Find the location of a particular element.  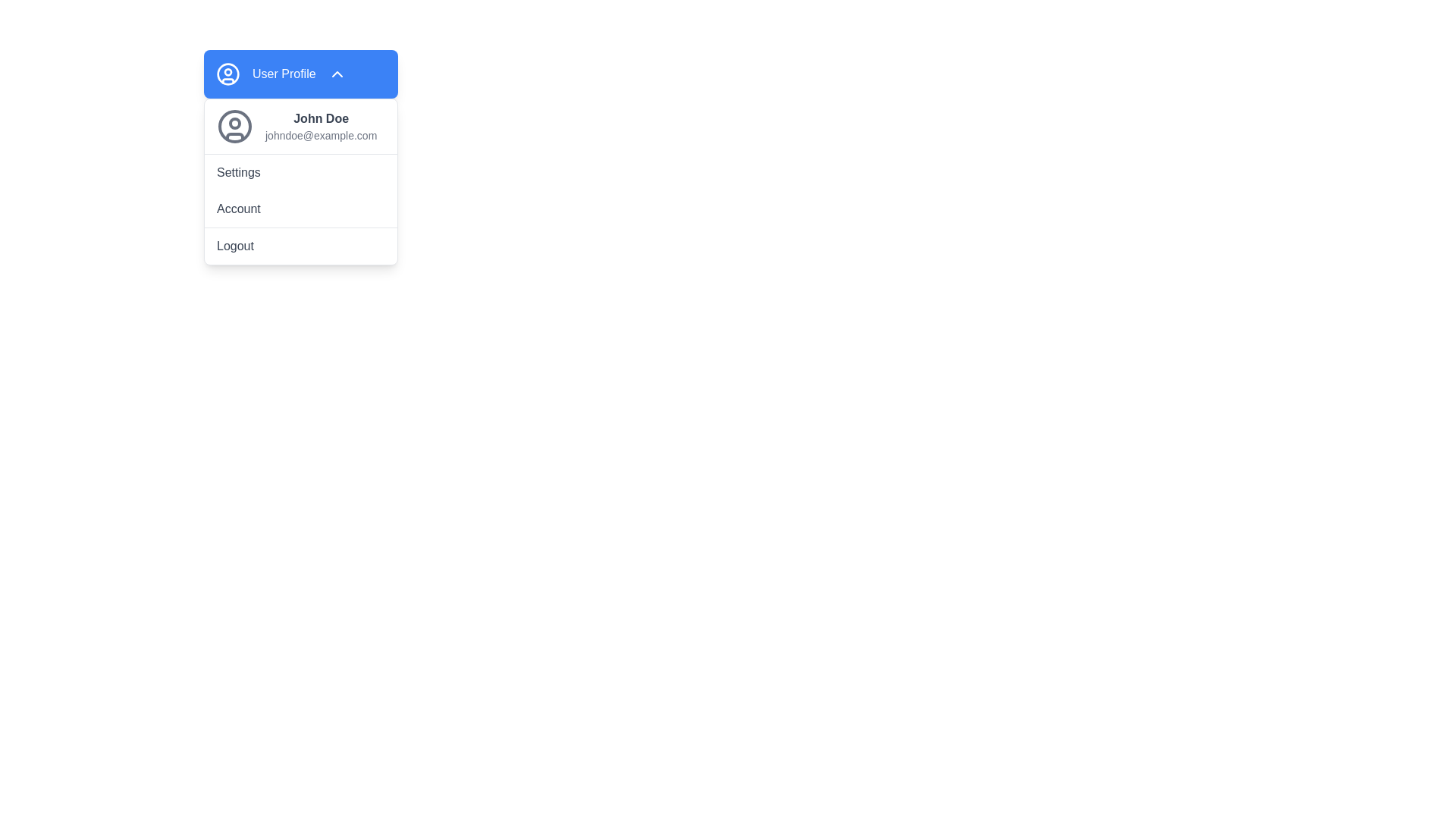

the text block displaying 'John Doe' and 'johndoe@example.com' in the dropdown menu under the 'User Profile' button is located at coordinates (320, 125).